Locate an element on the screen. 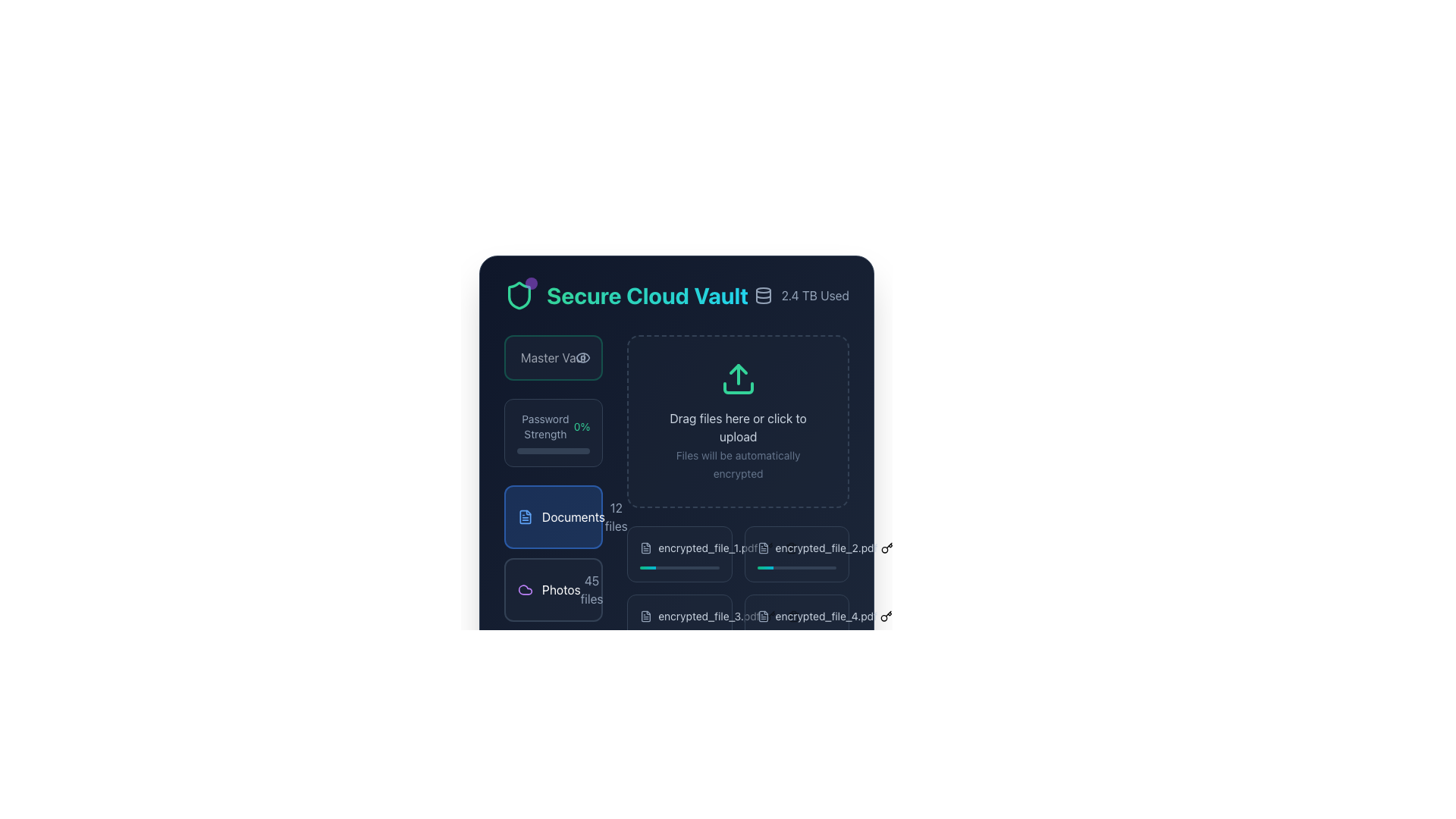  the password strength indicator text label located to the right of the 'Password Strength' label in the bottom-left section of the interface is located at coordinates (581, 427).